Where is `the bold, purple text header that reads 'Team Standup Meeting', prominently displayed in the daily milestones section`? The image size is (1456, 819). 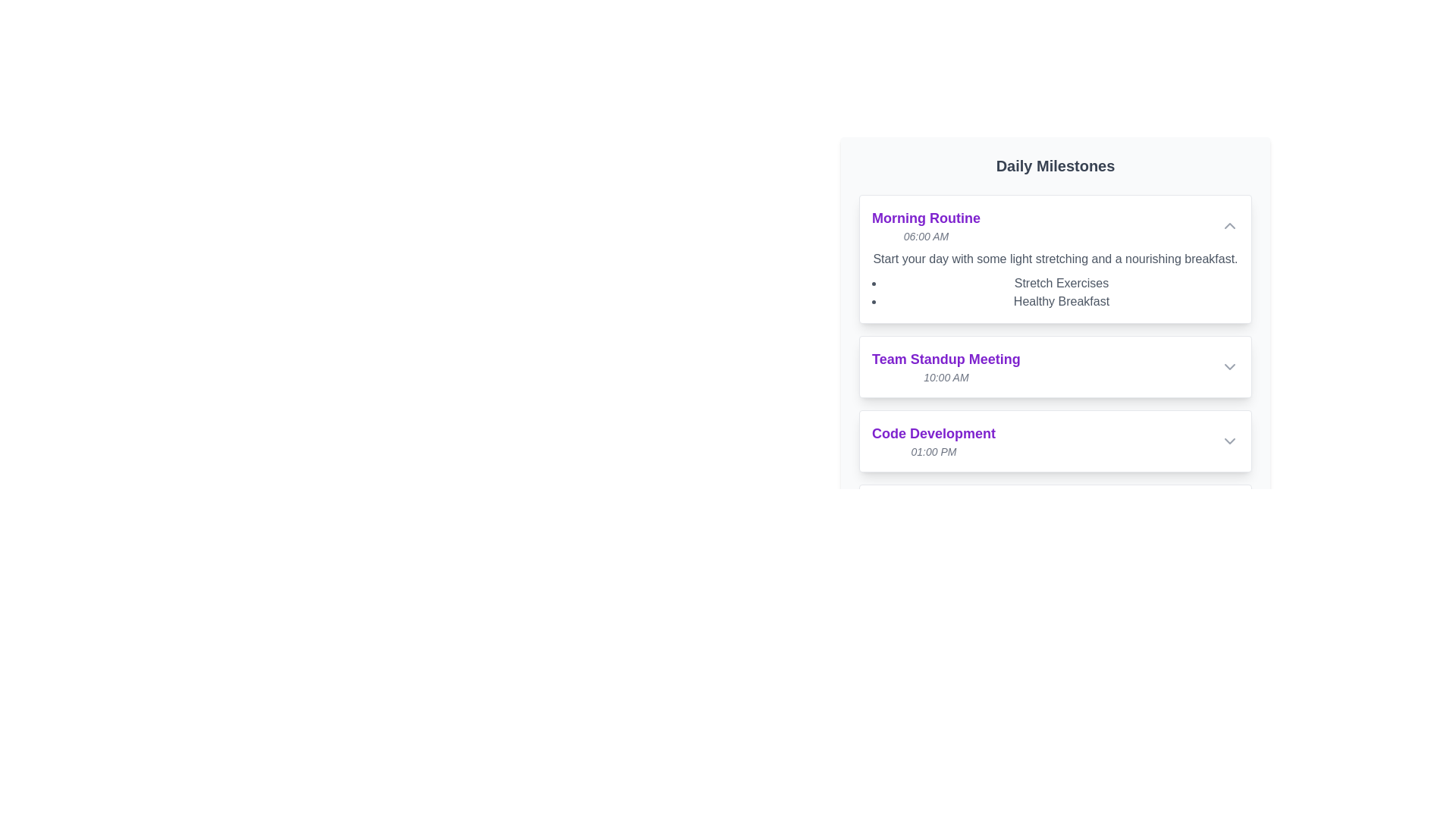
the bold, purple text header that reads 'Team Standup Meeting', prominently displayed in the daily milestones section is located at coordinates (945, 359).